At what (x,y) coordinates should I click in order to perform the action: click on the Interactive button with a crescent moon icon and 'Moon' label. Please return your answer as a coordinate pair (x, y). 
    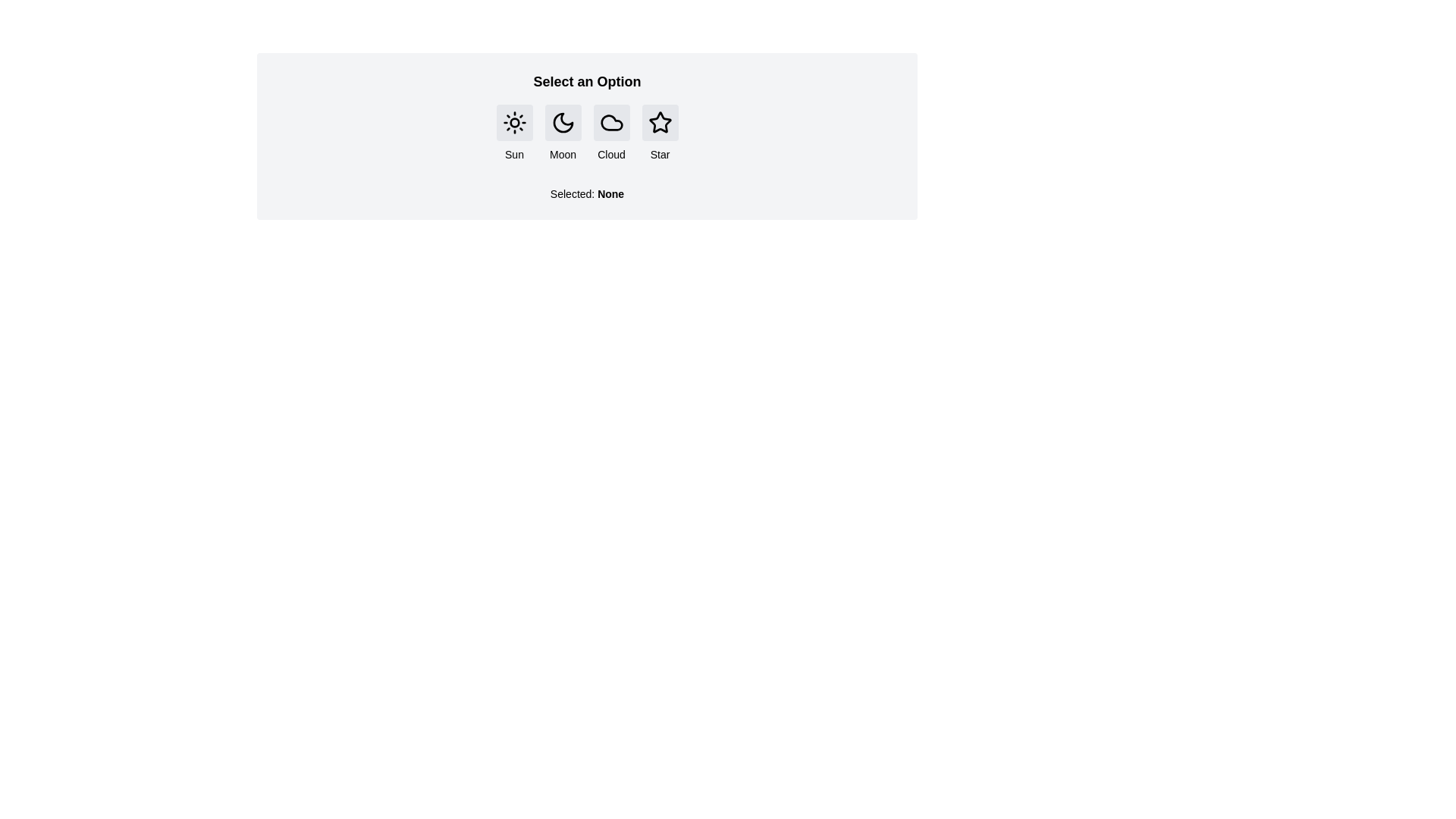
    Looking at the image, I should click on (562, 133).